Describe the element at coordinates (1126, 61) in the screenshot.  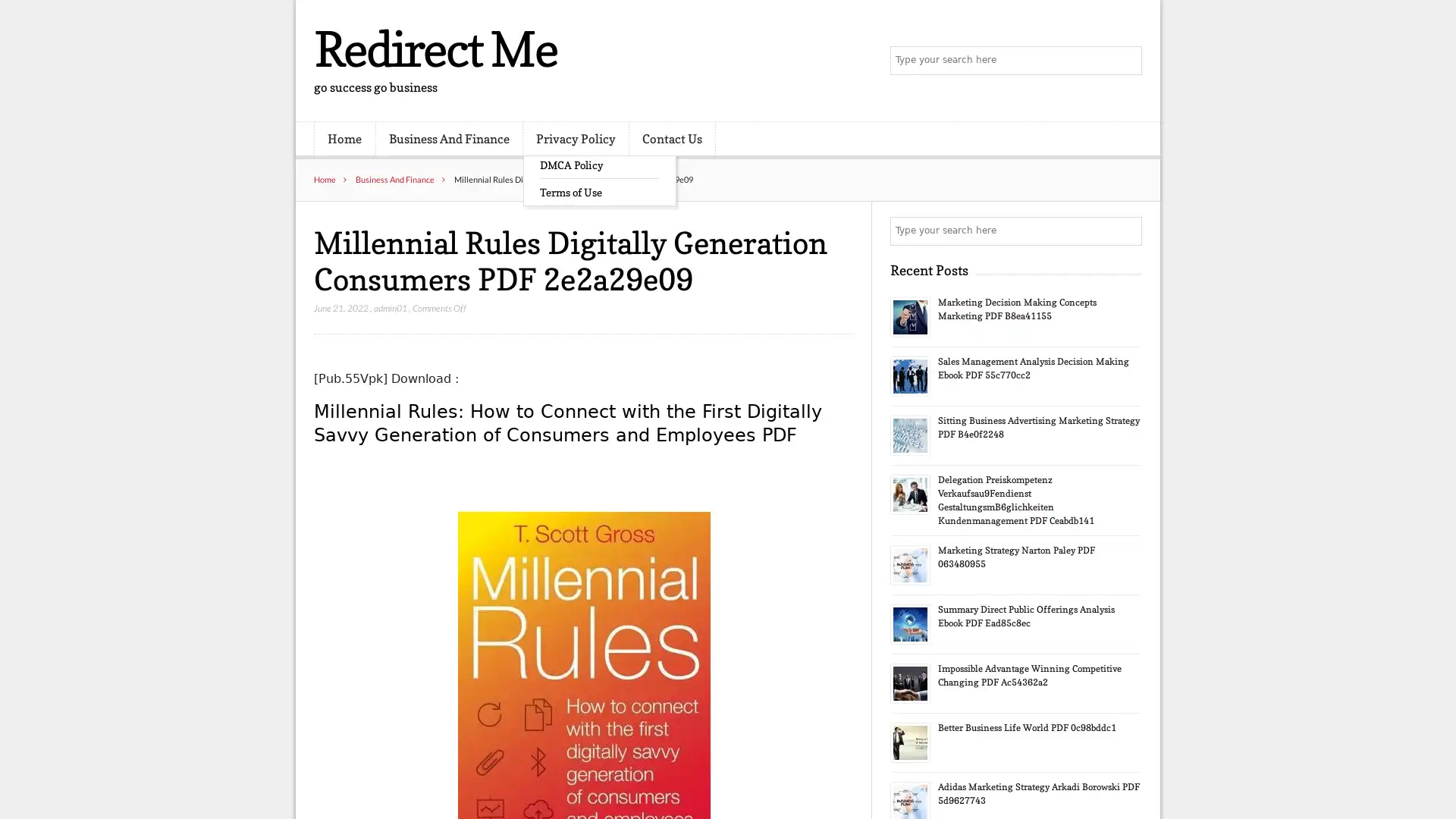
I see `Search` at that location.